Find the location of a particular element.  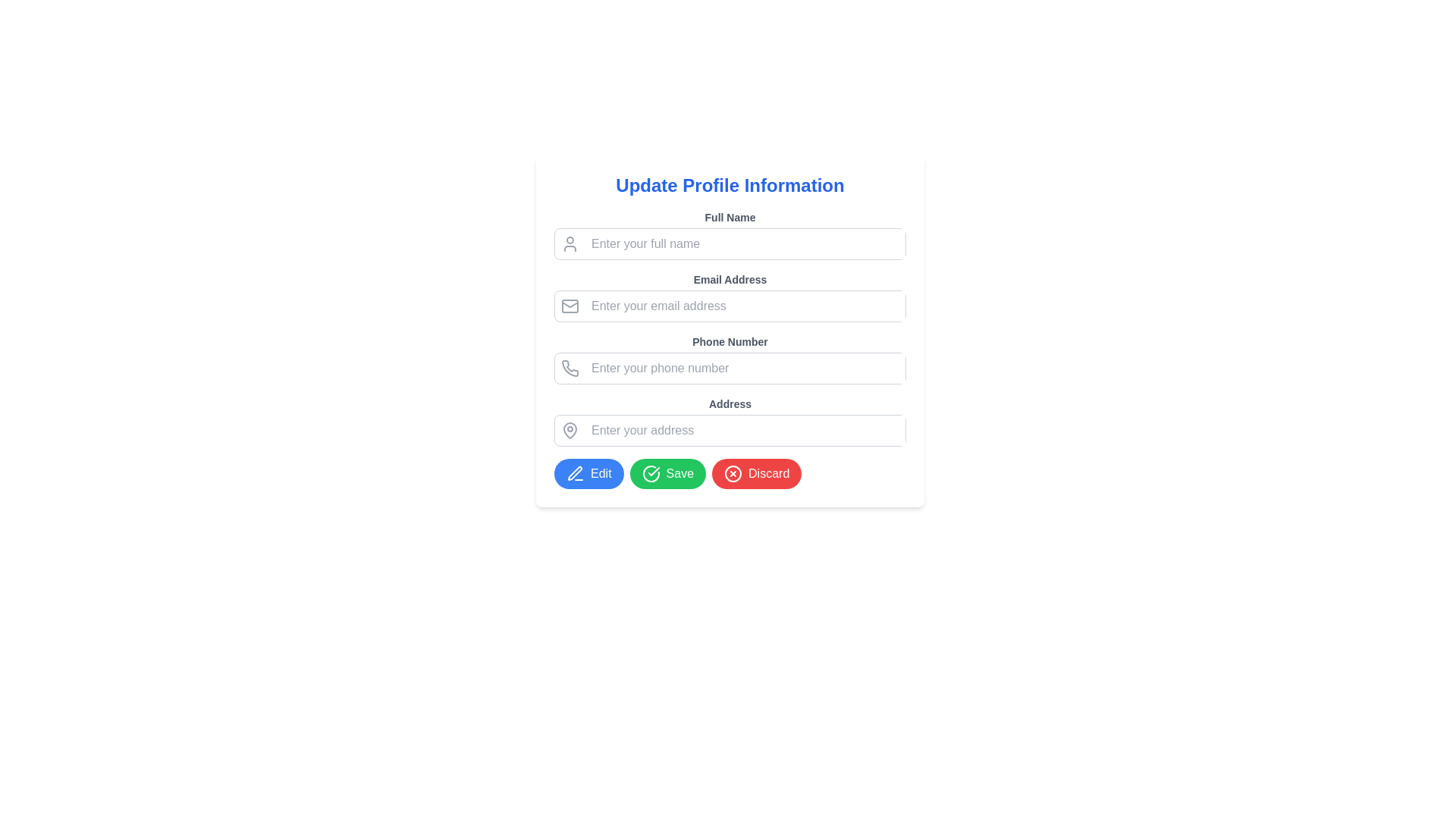

the email icon that visually indicates the email input field, located at the start of the 'Email Address' input field is located at coordinates (570, 306).